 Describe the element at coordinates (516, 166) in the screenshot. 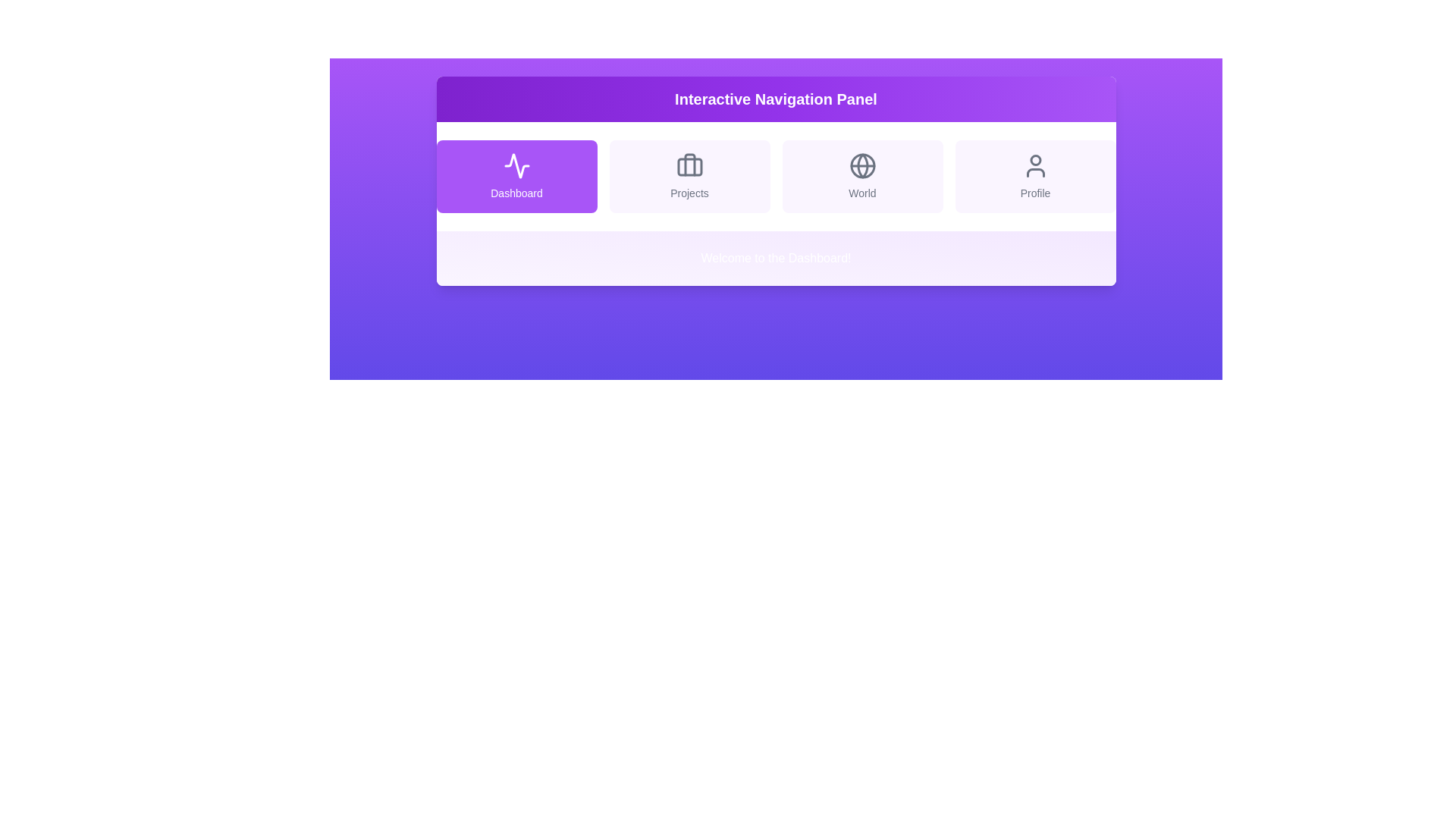

I see `the 'Dashboard' icon located at the top of the navigation panel` at that location.